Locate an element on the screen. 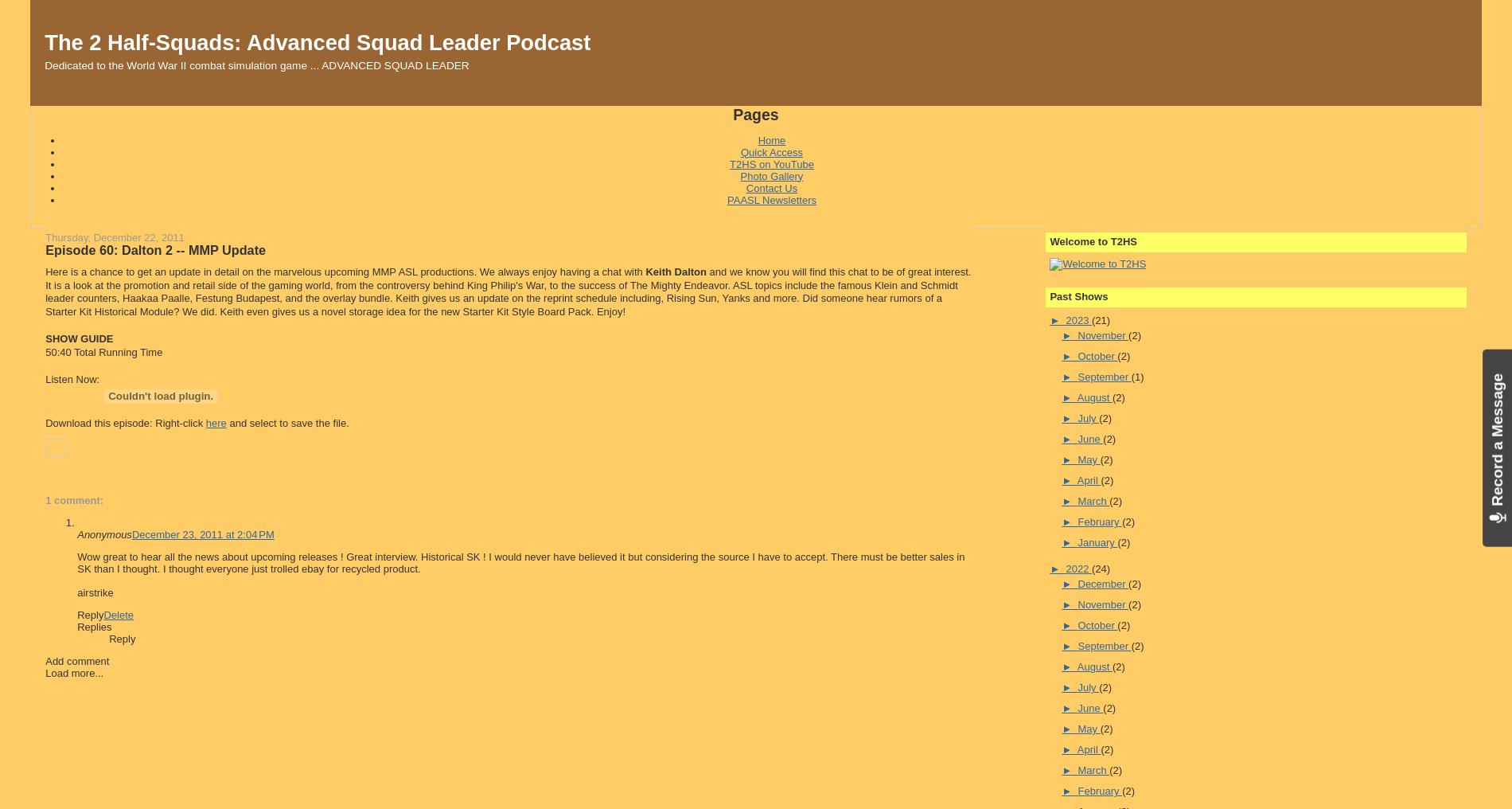  'airstrike' is located at coordinates (95, 592).